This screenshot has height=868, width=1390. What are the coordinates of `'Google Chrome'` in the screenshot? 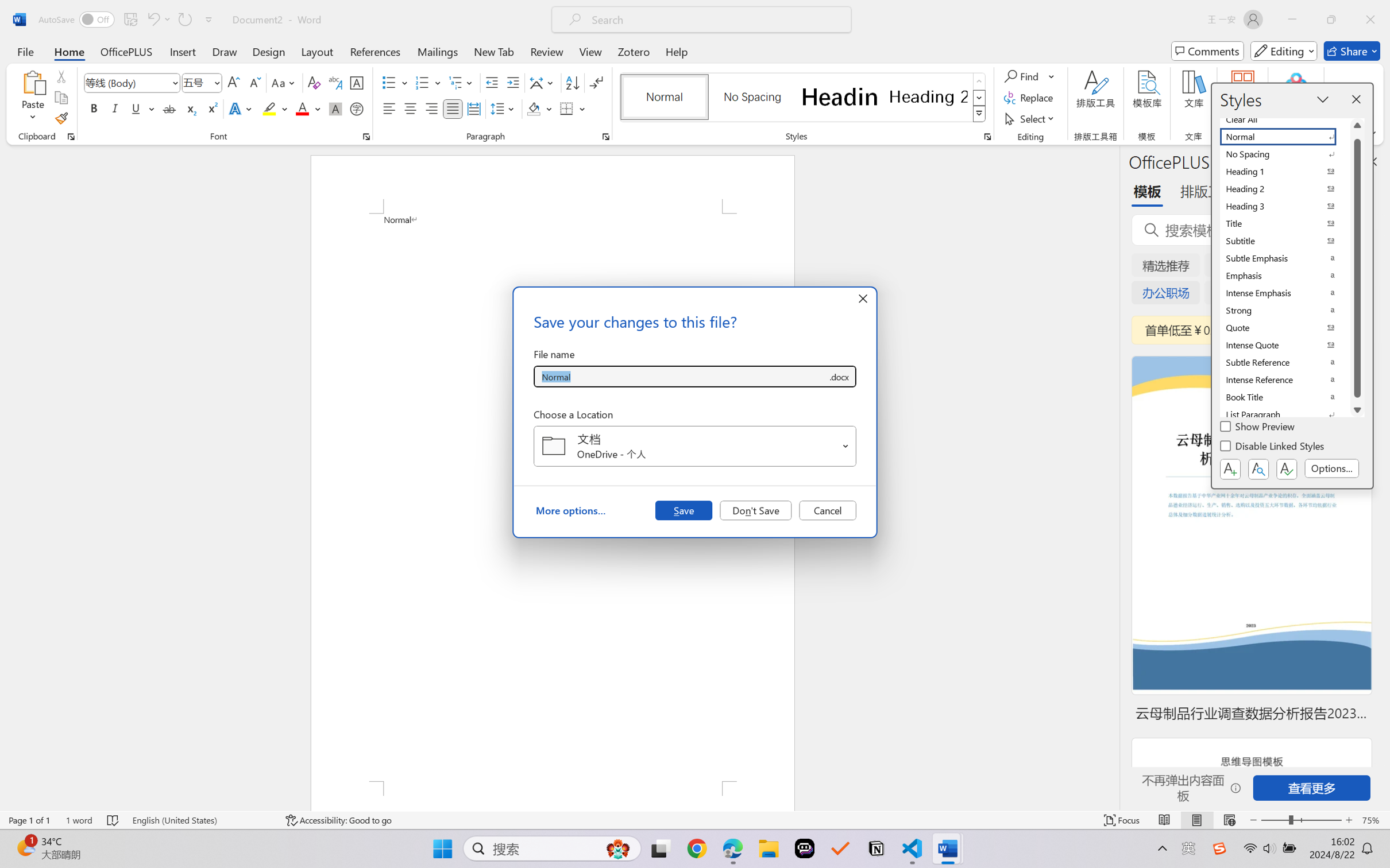 It's located at (697, 848).